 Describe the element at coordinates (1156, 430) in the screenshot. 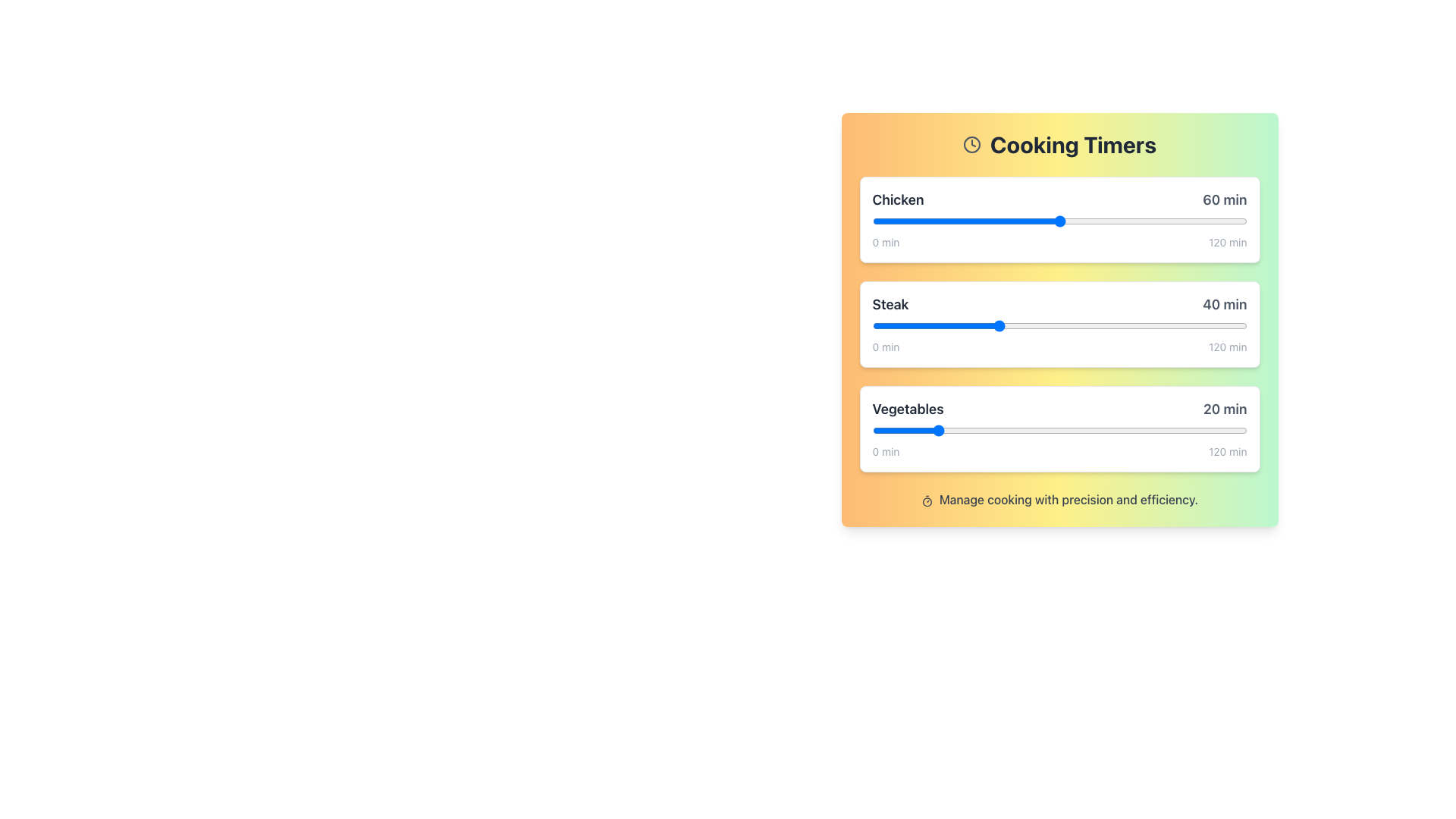

I see `the timer for vegetables` at that location.